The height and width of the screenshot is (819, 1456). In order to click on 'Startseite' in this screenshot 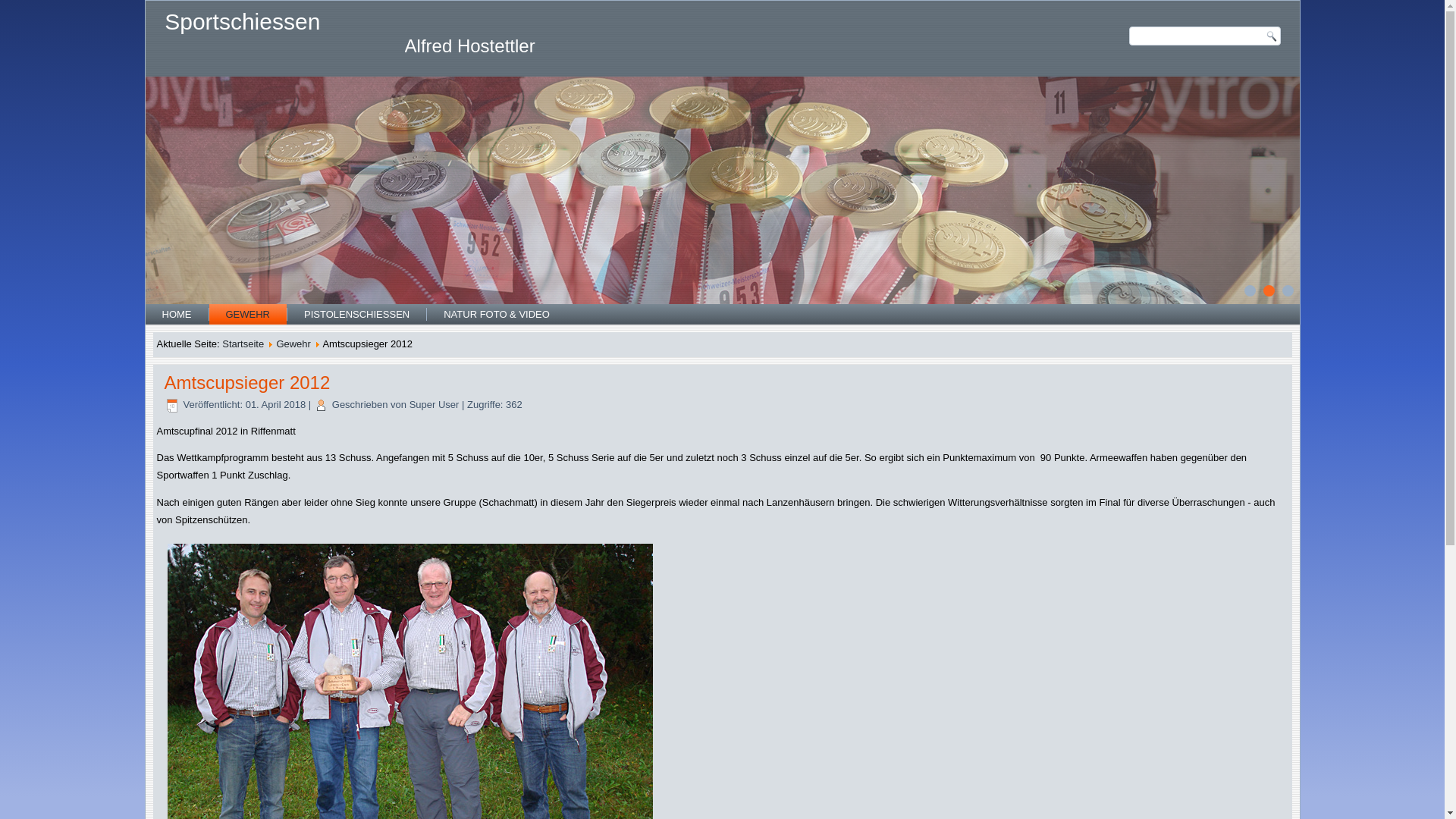, I will do `click(243, 344)`.